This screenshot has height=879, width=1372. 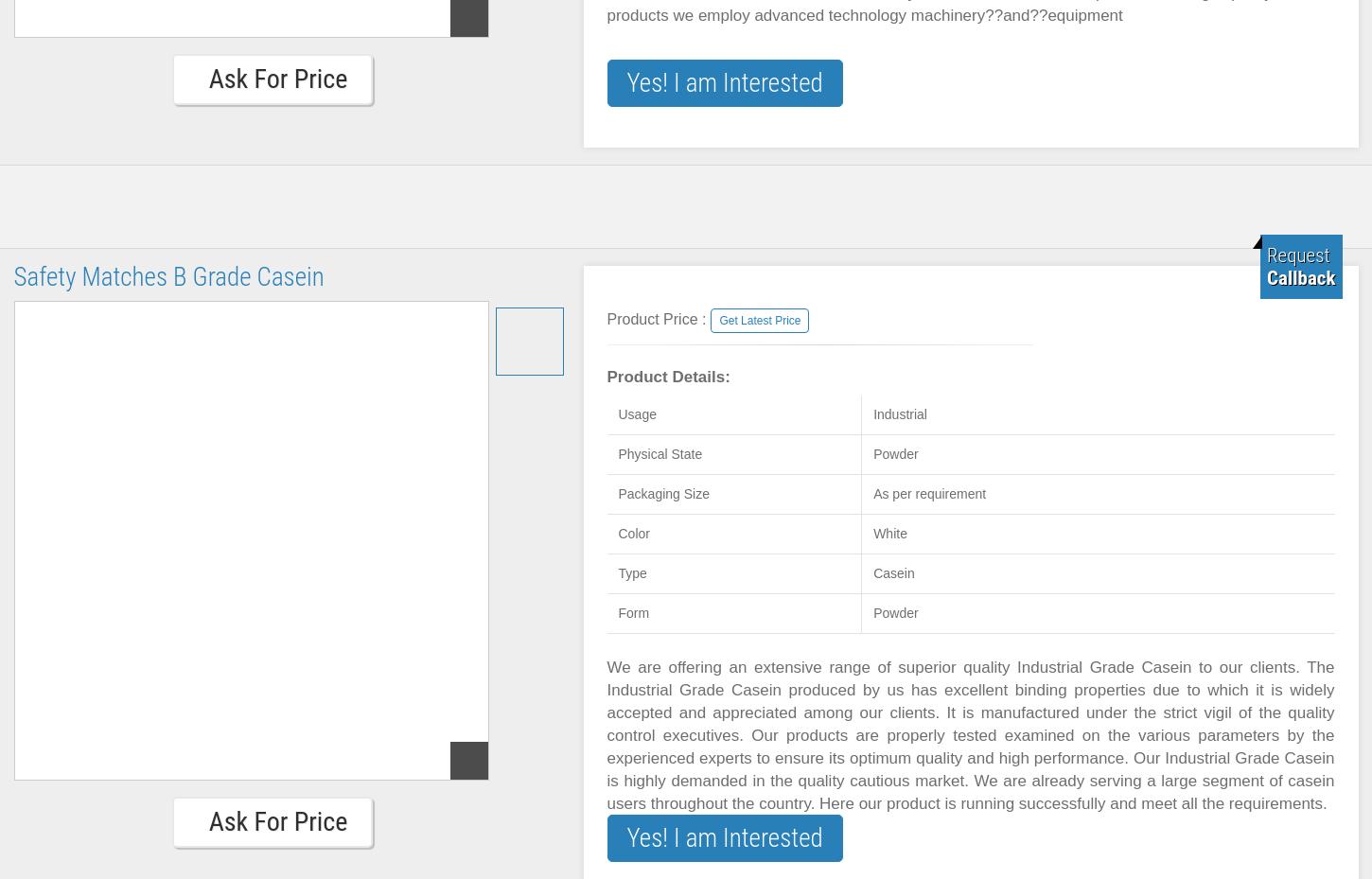 What do you see at coordinates (1265, 278) in the screenshot?
I see `'Callback'` at bounding box center [1265, 278].